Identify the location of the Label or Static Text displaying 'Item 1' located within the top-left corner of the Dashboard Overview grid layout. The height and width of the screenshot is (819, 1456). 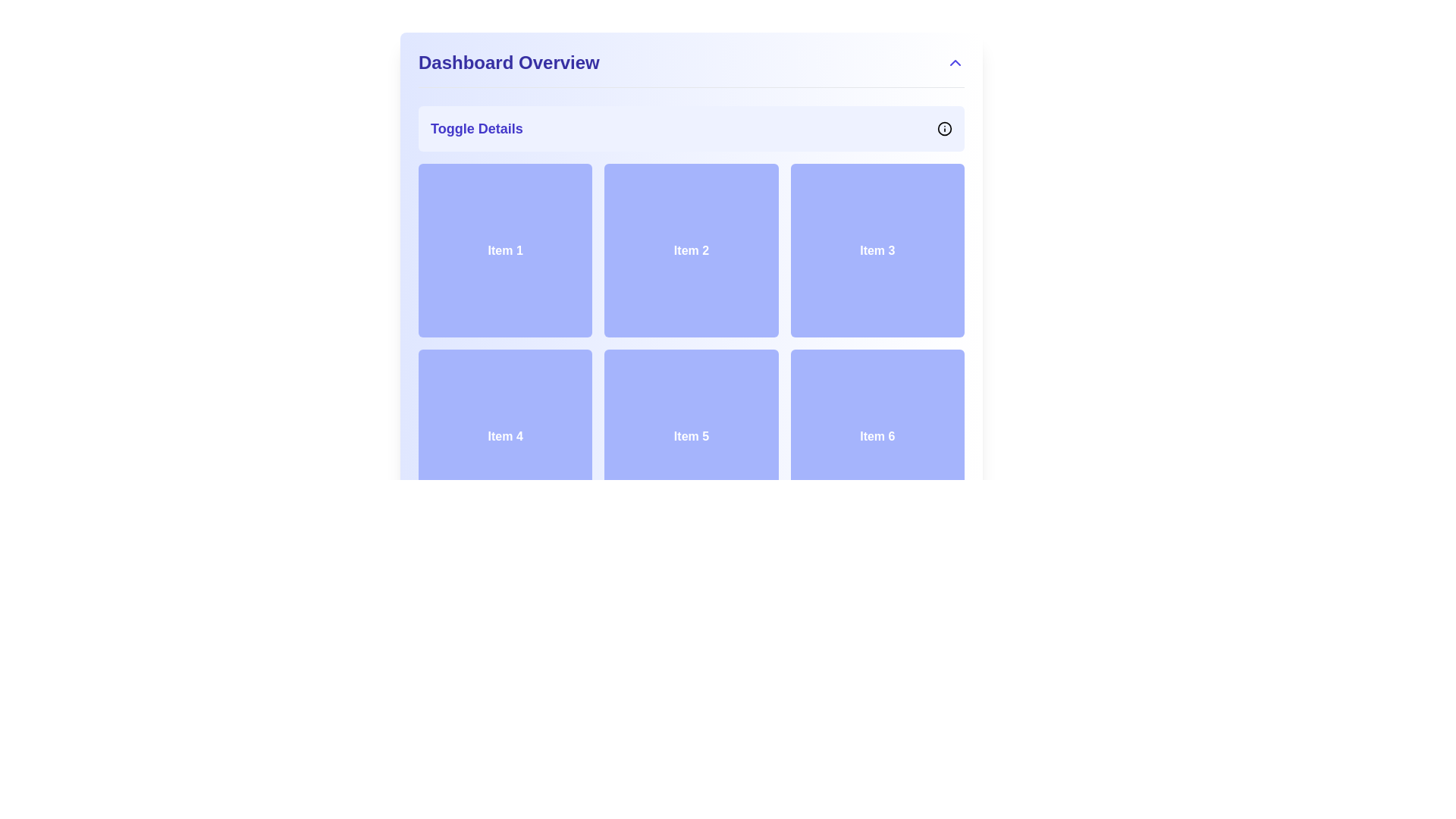
(505, 249).